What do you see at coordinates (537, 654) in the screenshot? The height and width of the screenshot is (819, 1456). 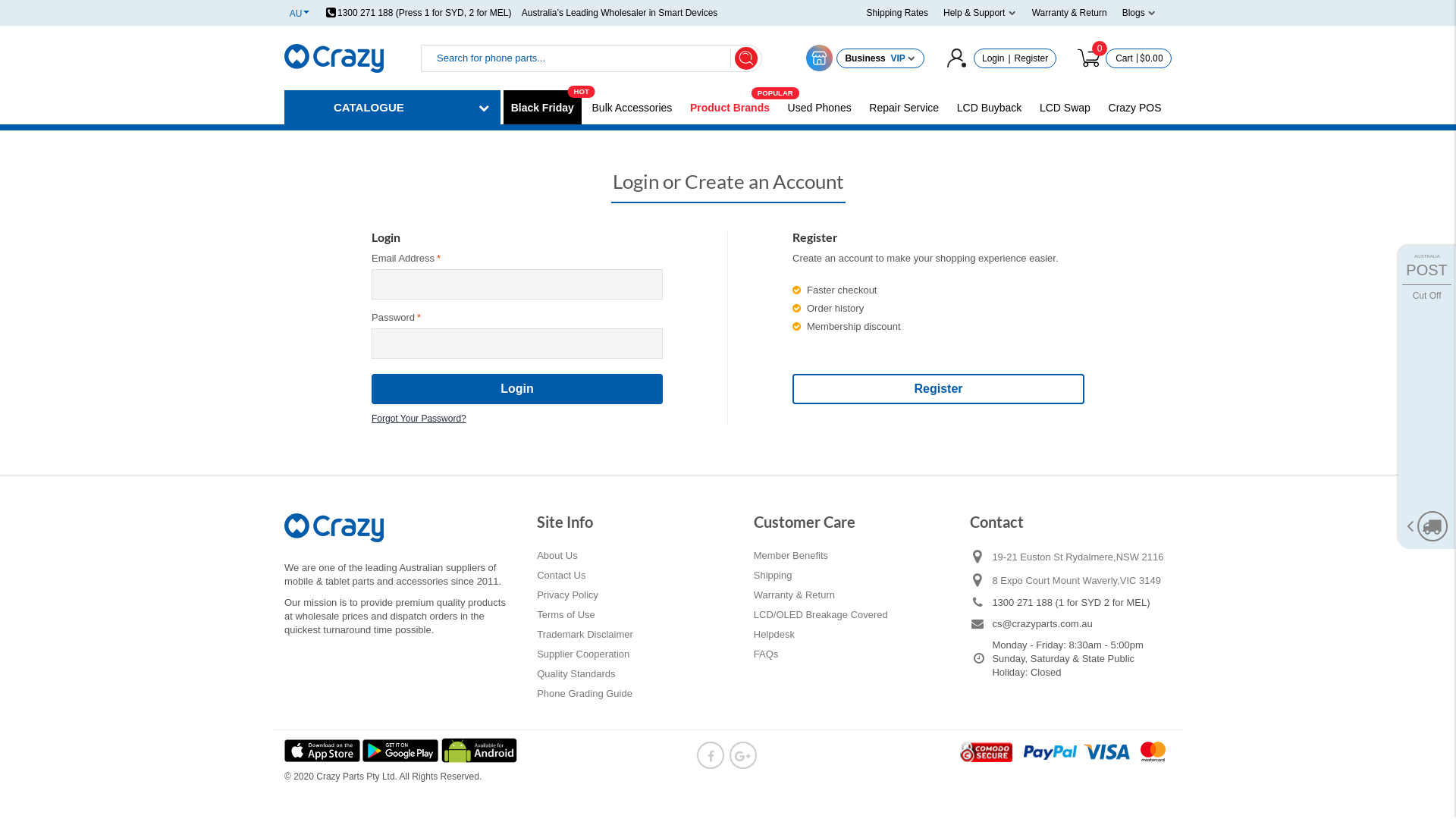 I see `'Supplier Cooperation'` at bounding box center [537, 654].